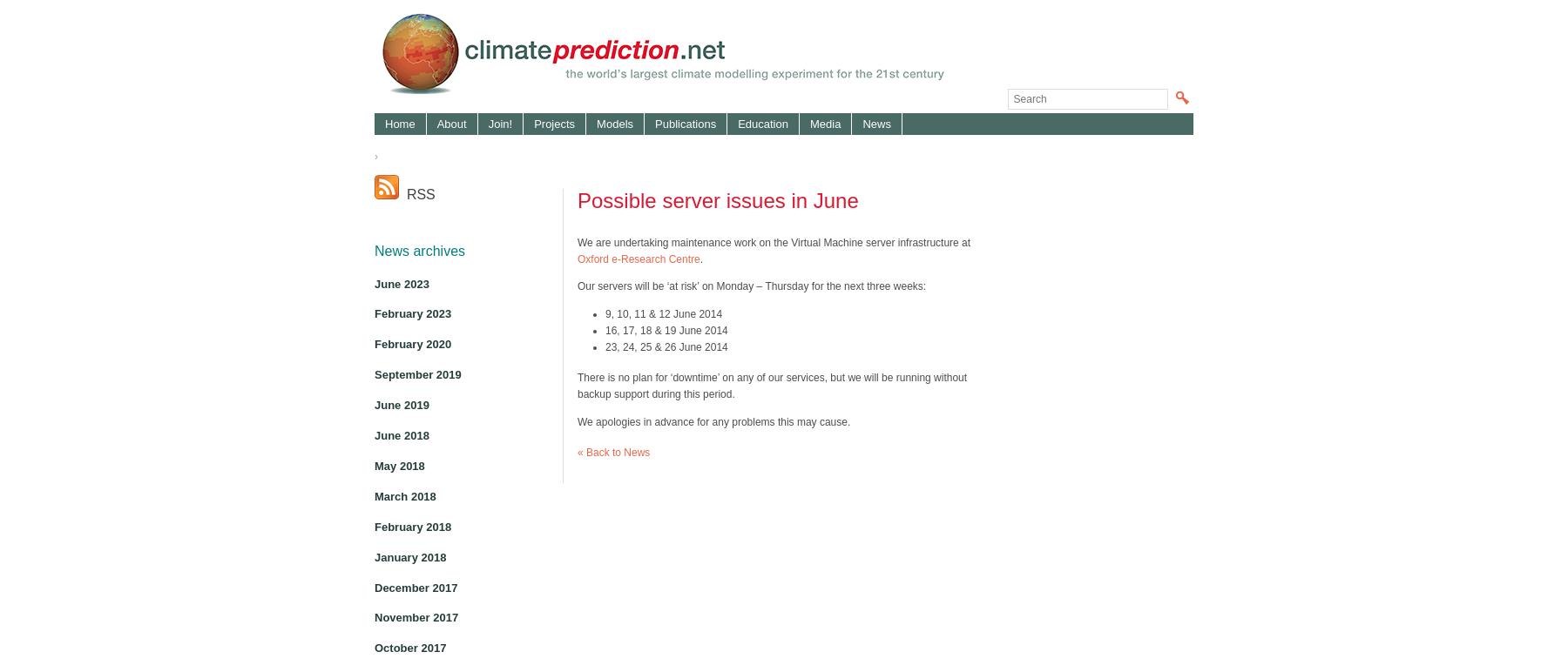  I want to click on 'News archives', so click(419, 251).